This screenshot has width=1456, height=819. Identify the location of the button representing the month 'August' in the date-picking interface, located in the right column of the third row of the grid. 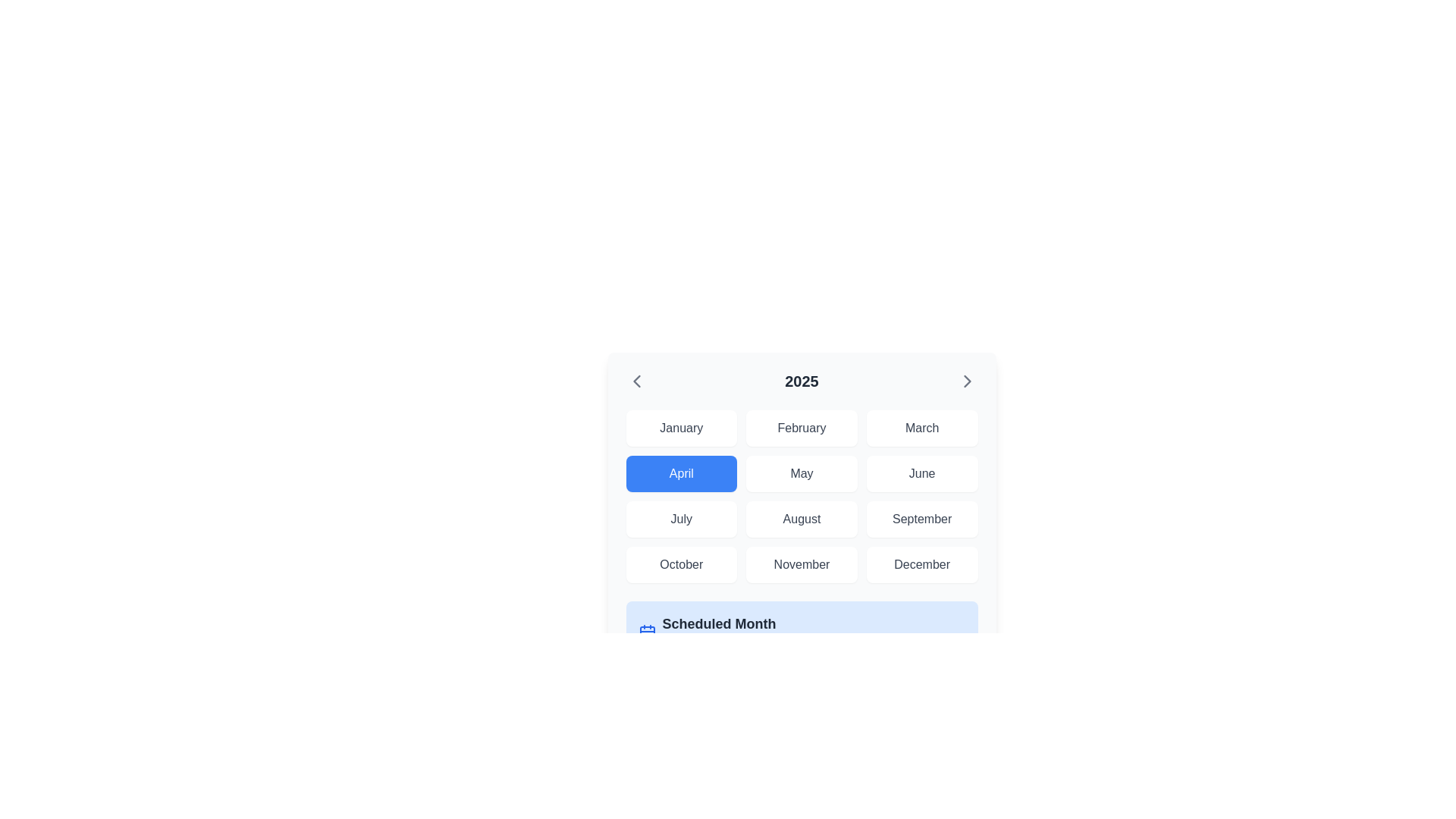
(801, 519).